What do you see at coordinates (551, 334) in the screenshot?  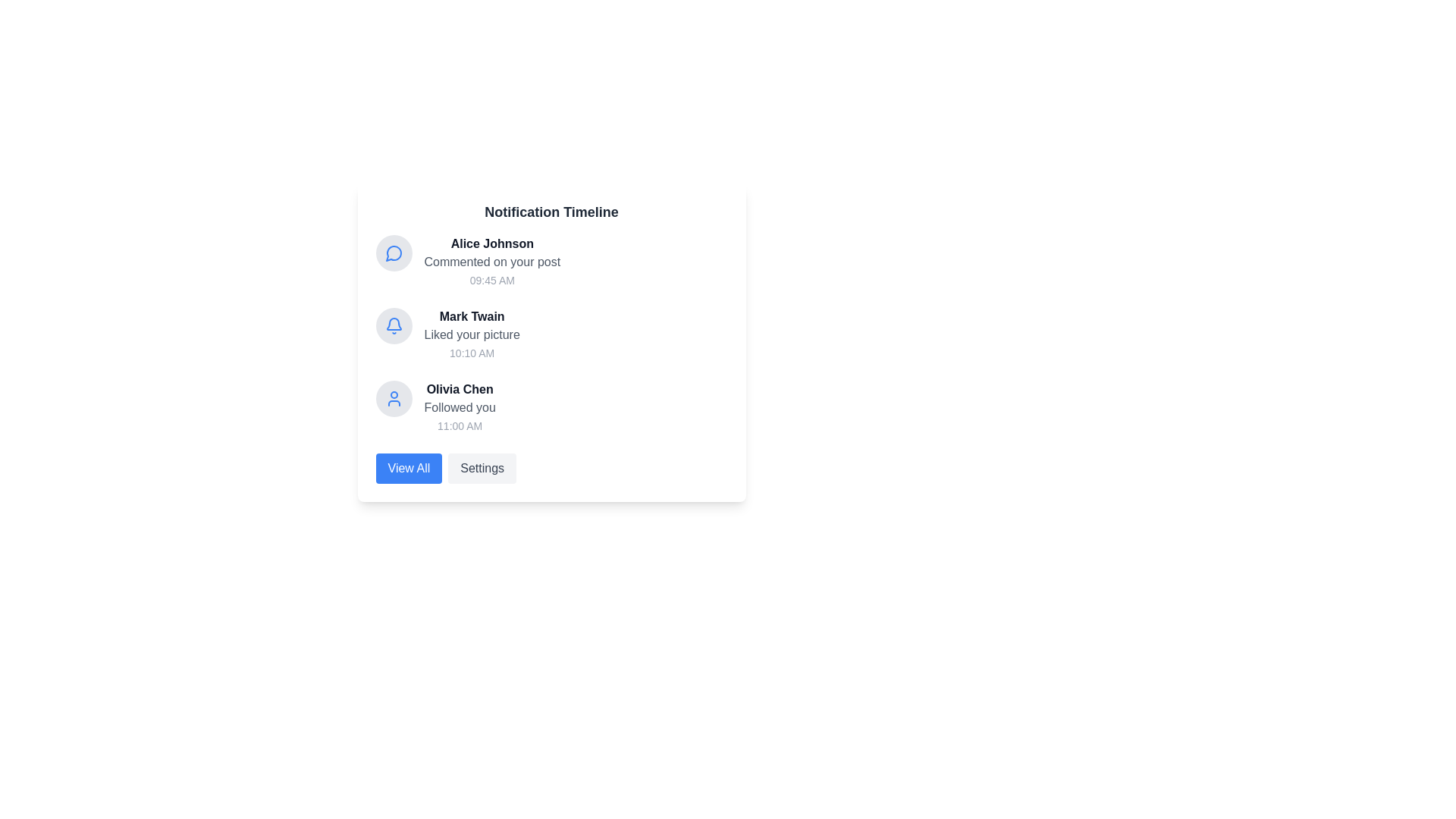 I see `the second notification item in the Notification Timeline panel that displays the message 'Mark Twain Liked your picture 10:10 AM'` at bounding box center [551, 334].